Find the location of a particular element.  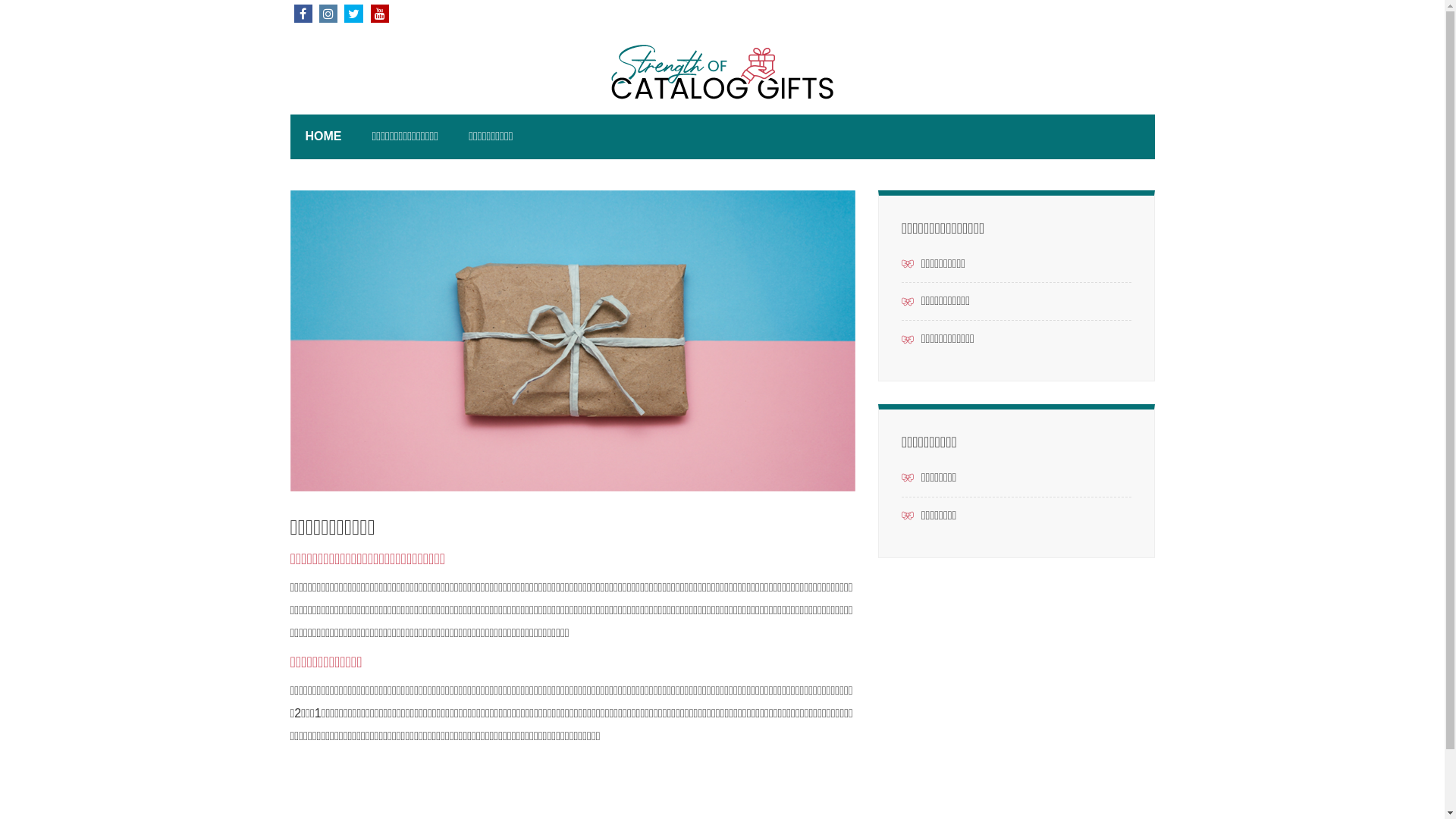

'HOME' is located at coordinates (322, 136).